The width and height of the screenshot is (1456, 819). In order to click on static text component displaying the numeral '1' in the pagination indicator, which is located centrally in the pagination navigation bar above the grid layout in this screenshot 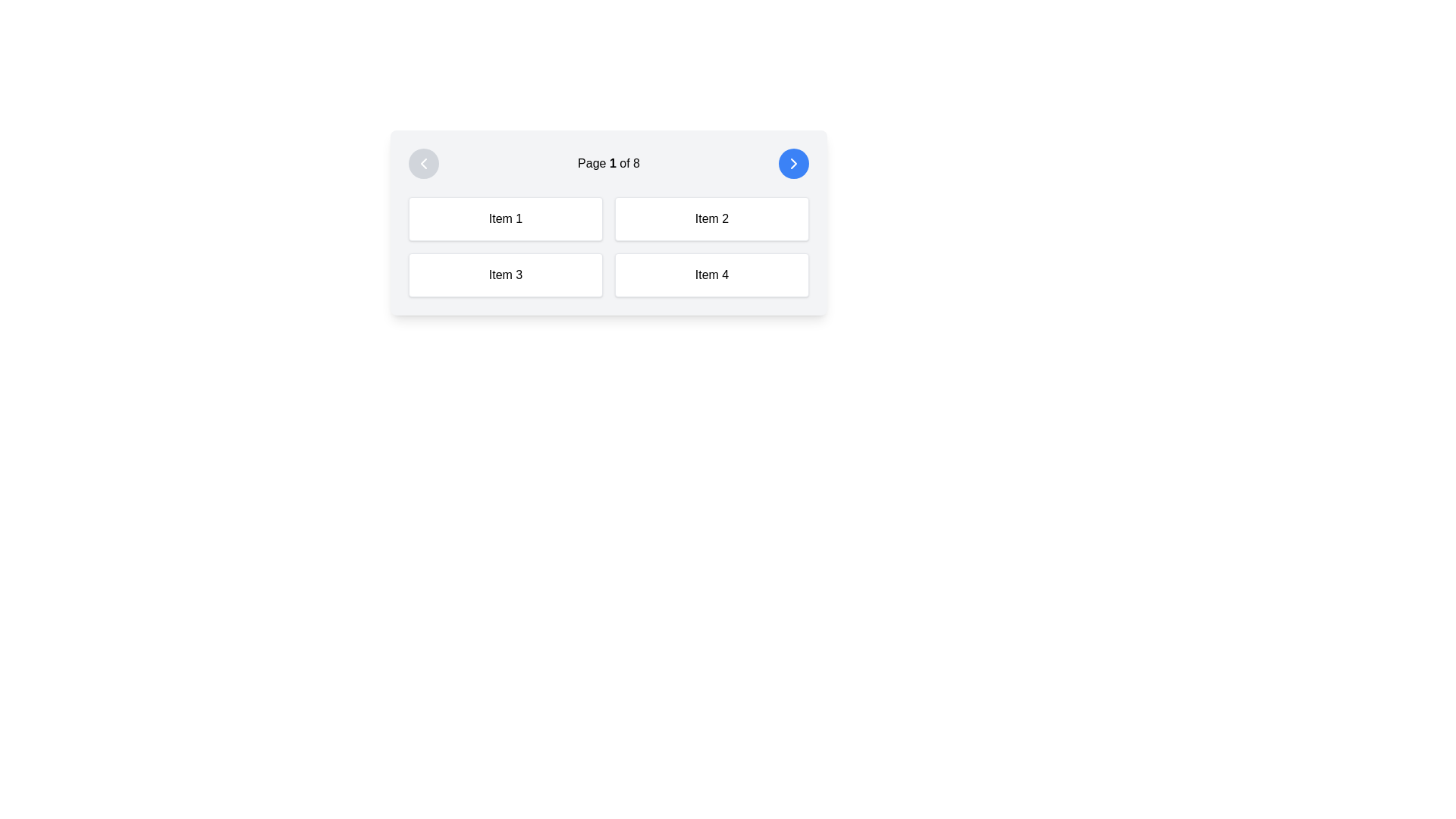, I will do `click(613, 163)`.